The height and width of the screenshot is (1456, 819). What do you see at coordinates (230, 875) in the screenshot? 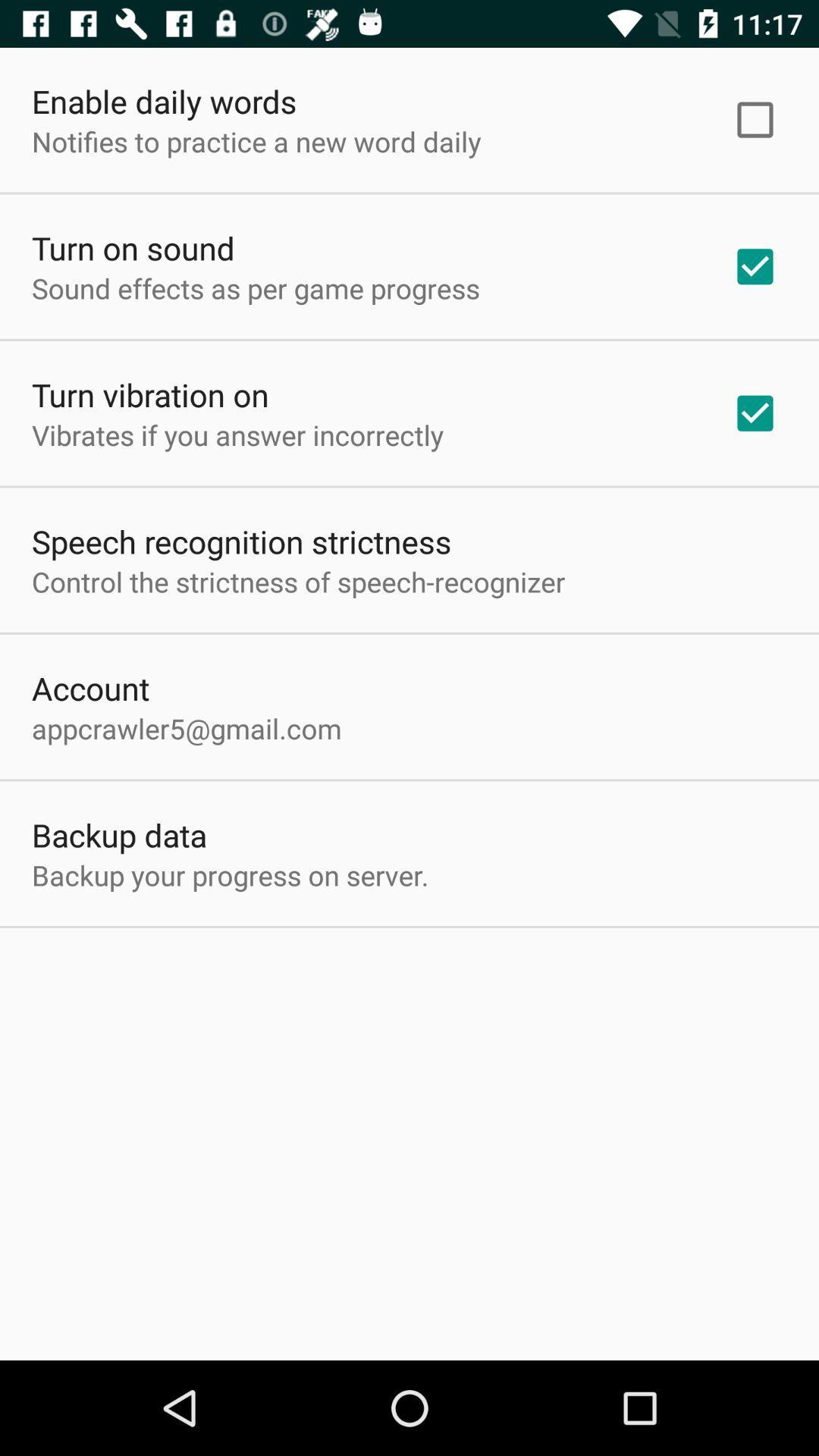
I see `app below backup data item` at bounding box center [230, 875].